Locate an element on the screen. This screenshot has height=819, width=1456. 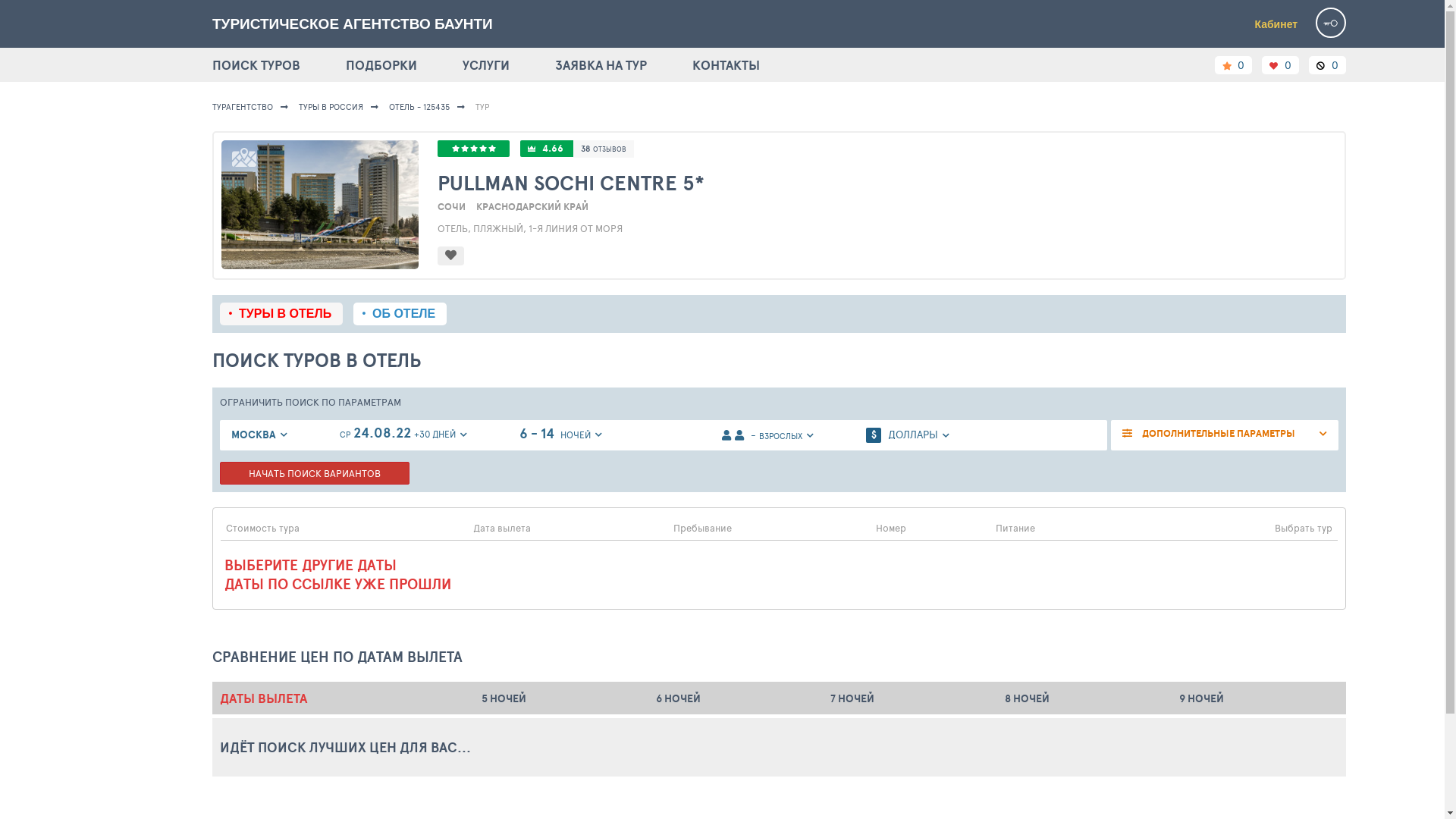
'0' is located at coordinates (1233, 64).